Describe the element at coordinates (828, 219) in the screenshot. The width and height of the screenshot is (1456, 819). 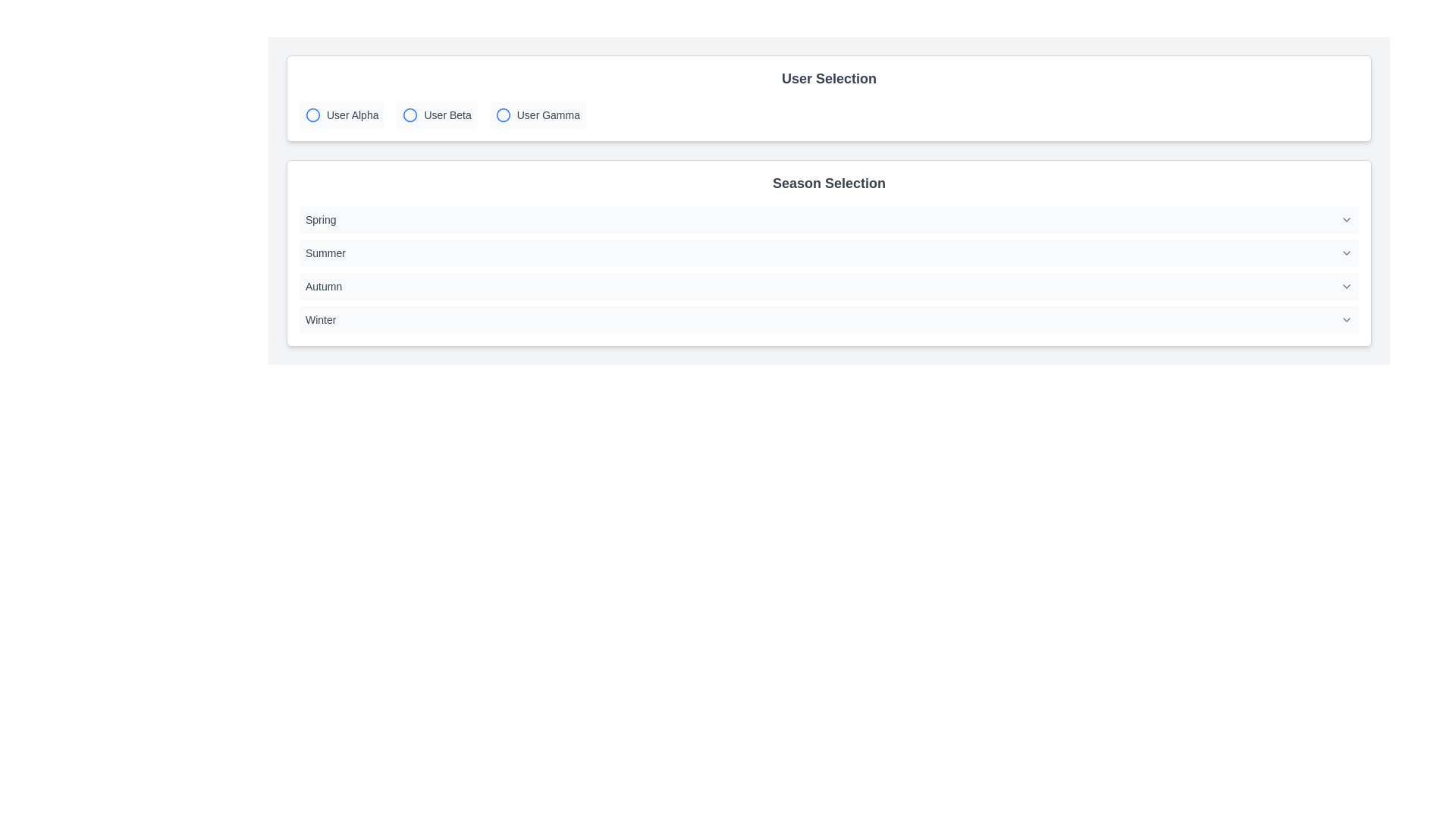
I see `the first dropdown selector item labeled 'Spring' in the 'Season Selection' category` at that location.